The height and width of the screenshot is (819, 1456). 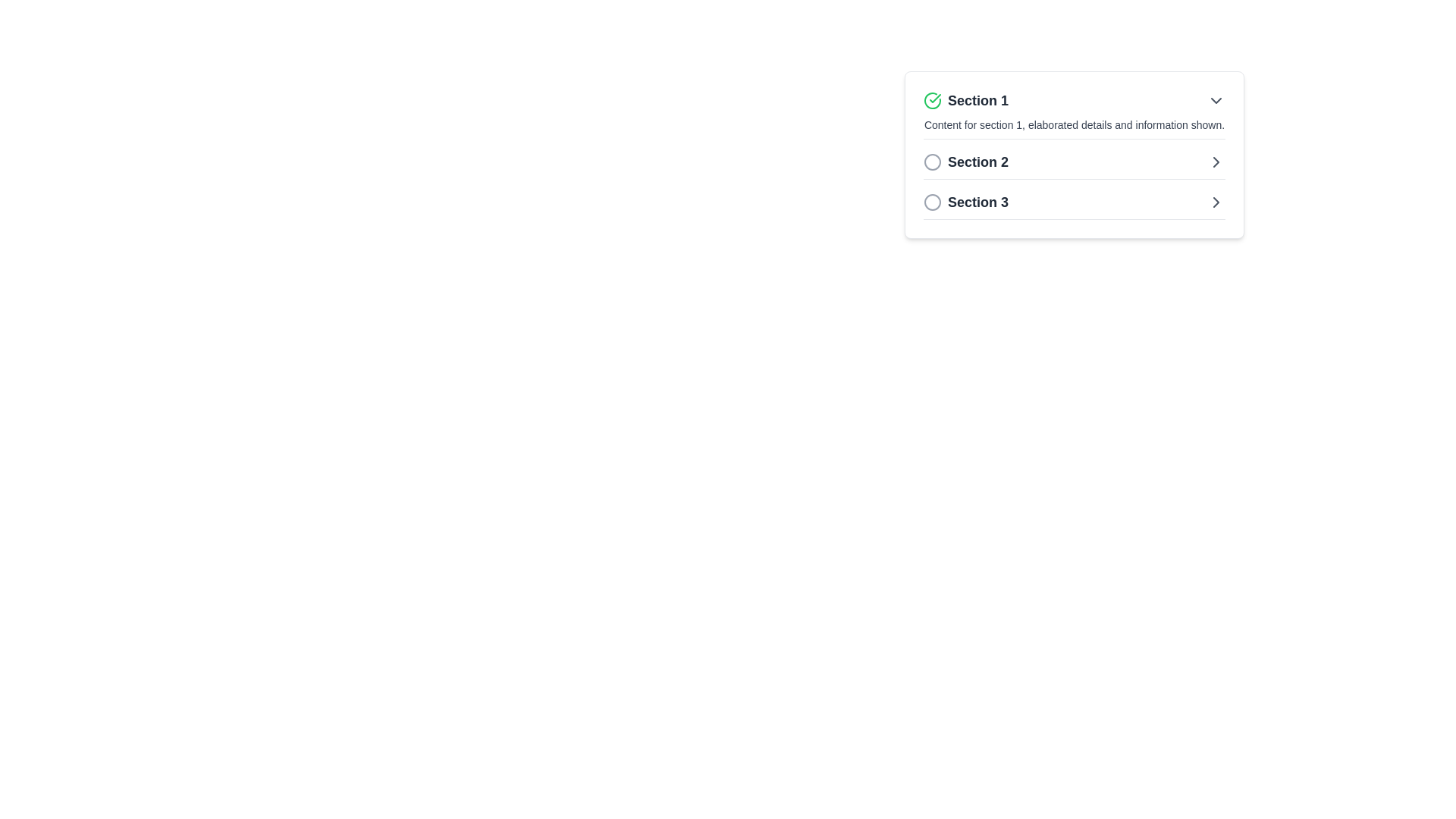 I want to click on the unselected radio button, which is a circular icon styled as a thin outlined circle, located to the left of the text 'Section 3' in a vertically aligned list of sections, so click(x=931, y=201).